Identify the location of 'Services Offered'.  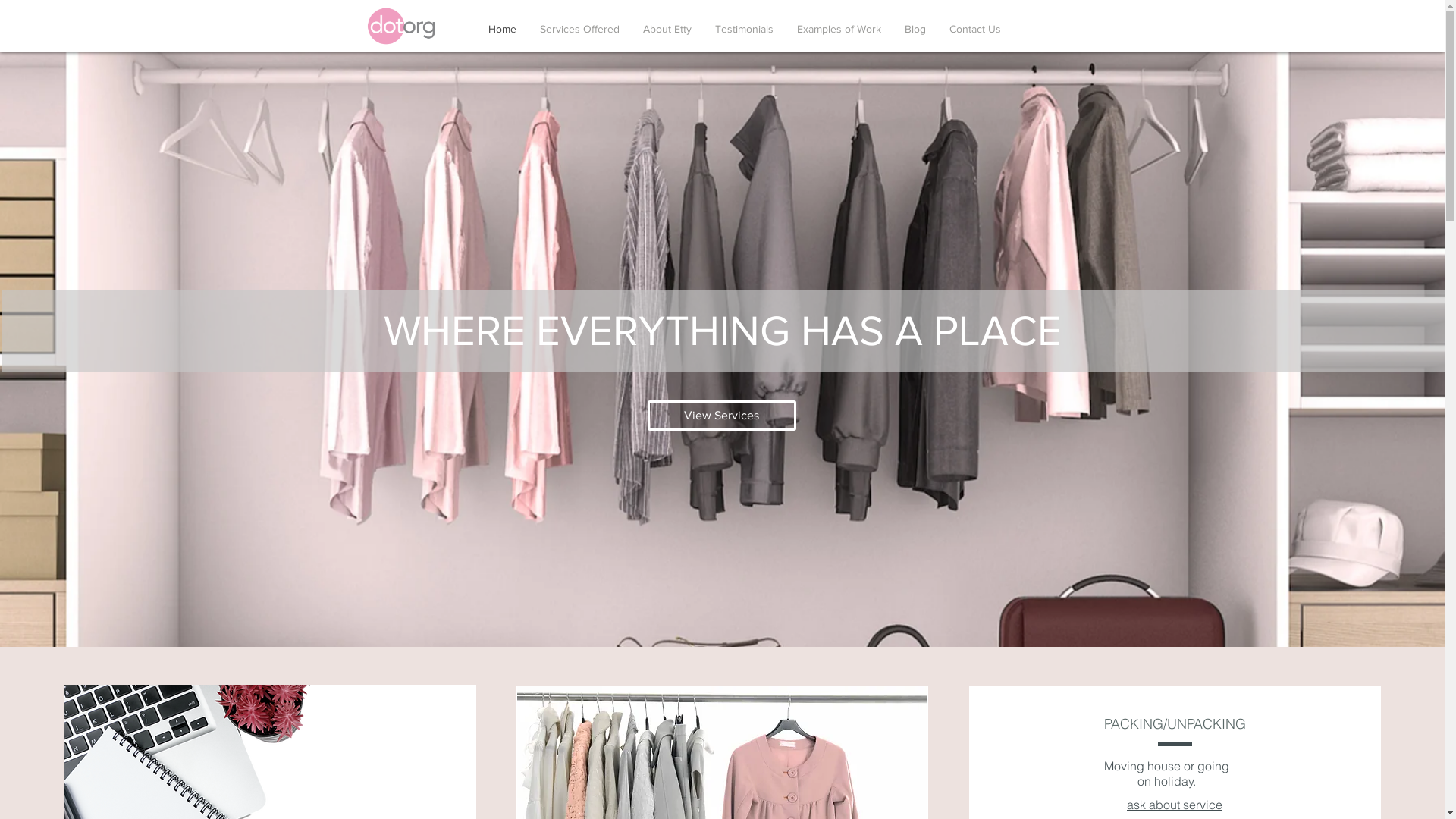
(578, 29).